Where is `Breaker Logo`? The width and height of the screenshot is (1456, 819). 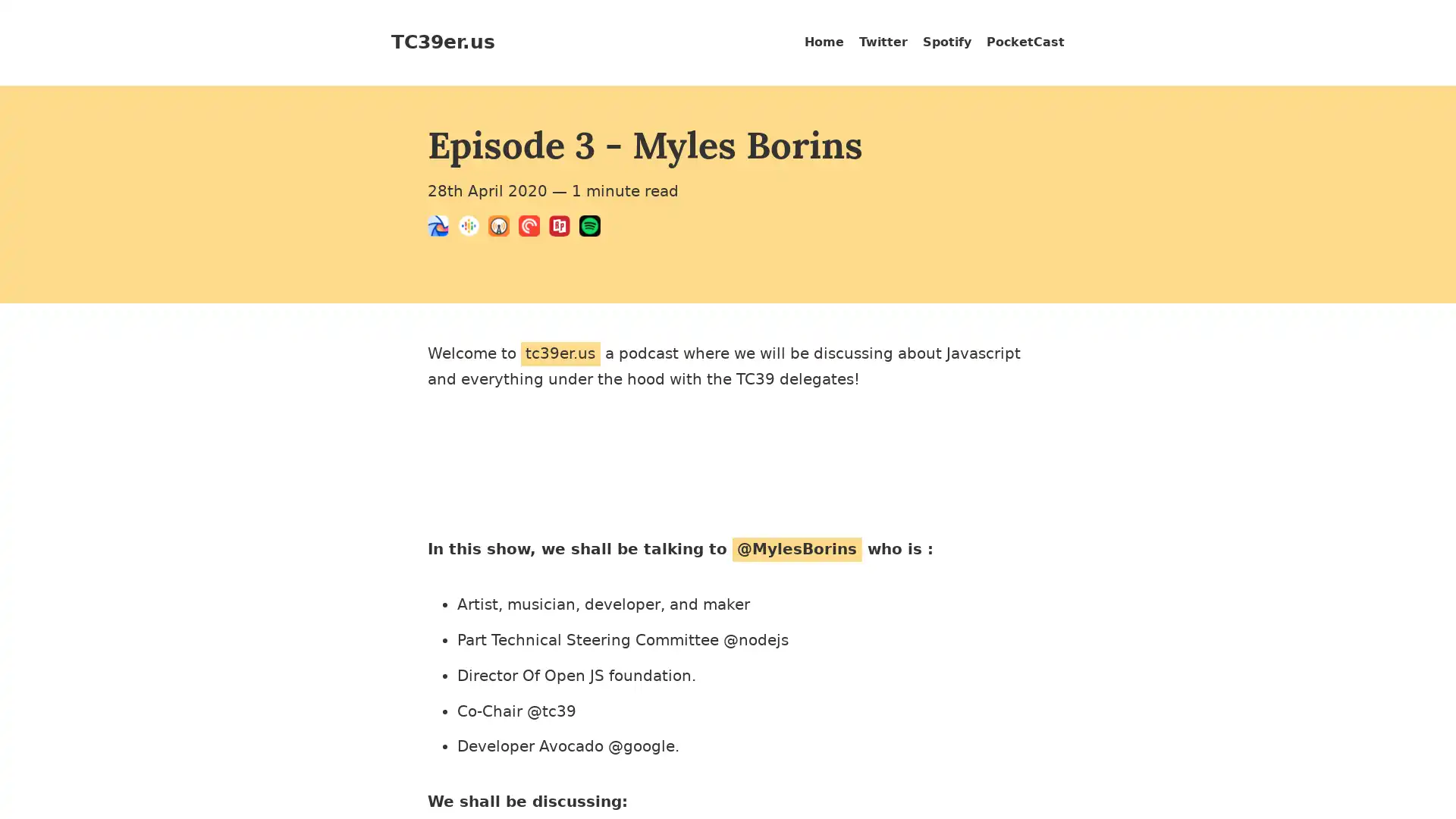 Breaker Logo is located at coordinates (442, 228).